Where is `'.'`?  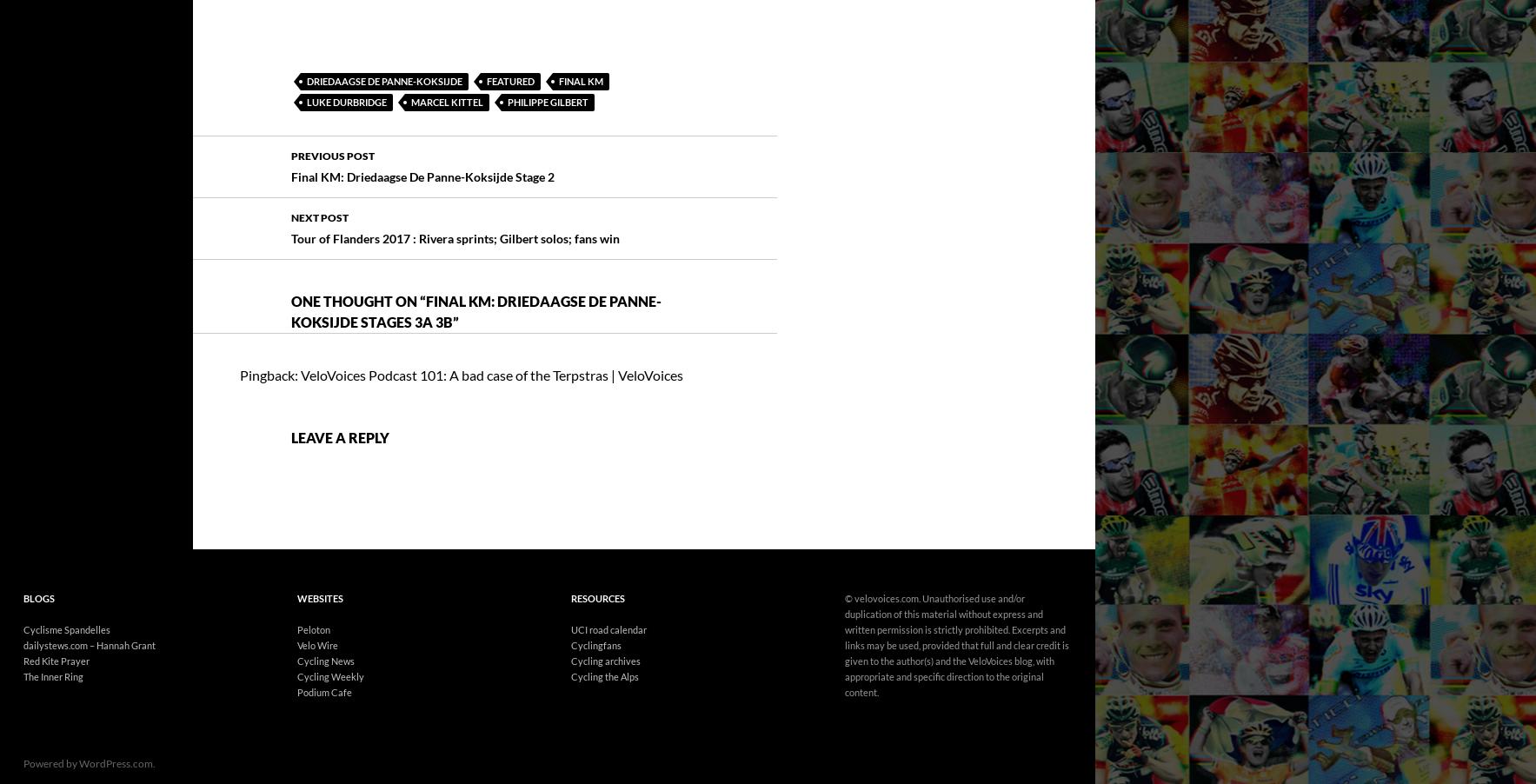 '.' is located at coordinates (153, 714).